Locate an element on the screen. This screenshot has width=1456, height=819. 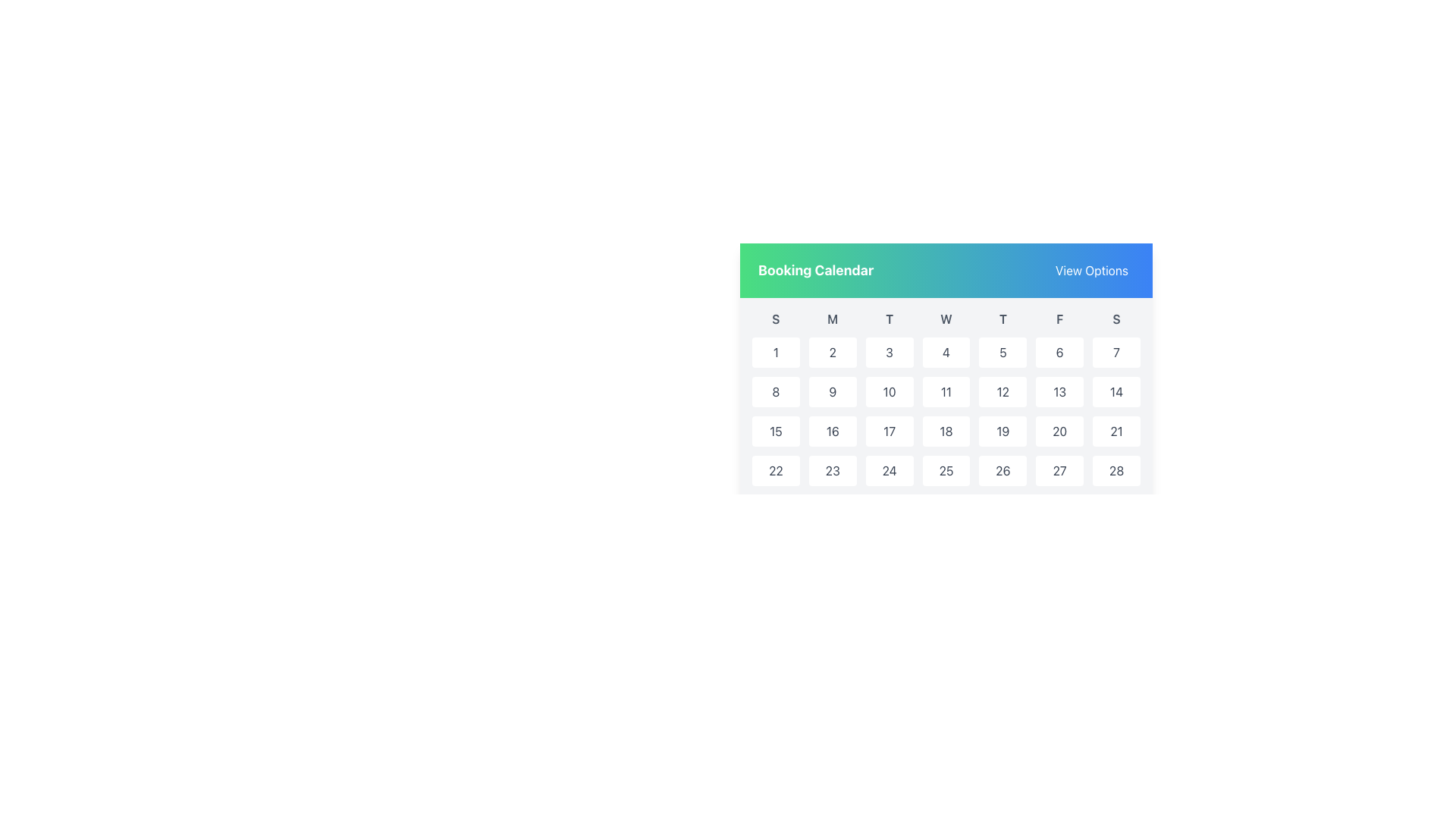
the label representing the 23rd day in the calendar interface is located at coordinates (832, 470).